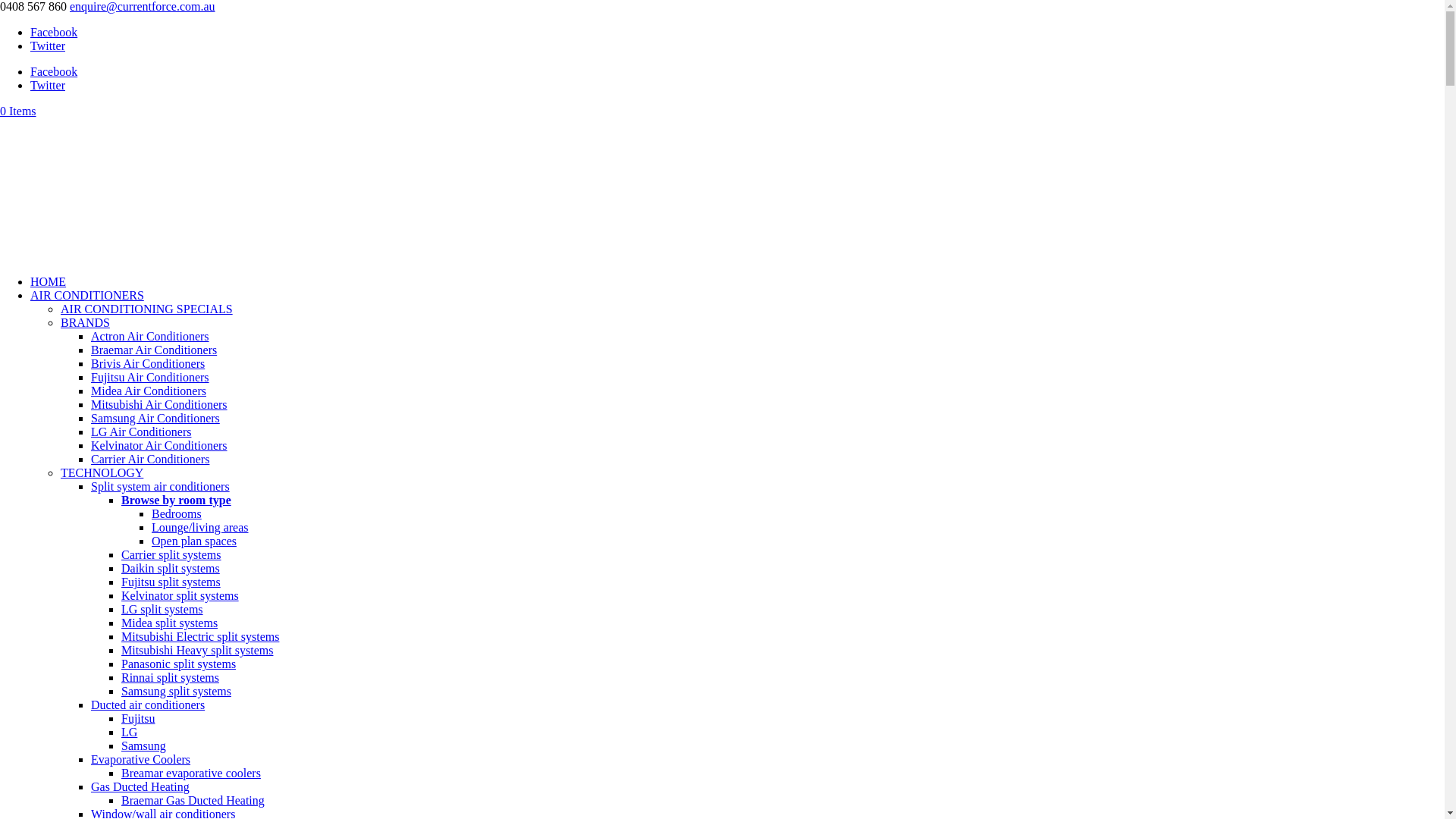 The image size is (1456, 819). Describe the element at coordinates (143, 745) in the screenshot. I see `'Samsung'` at that location.